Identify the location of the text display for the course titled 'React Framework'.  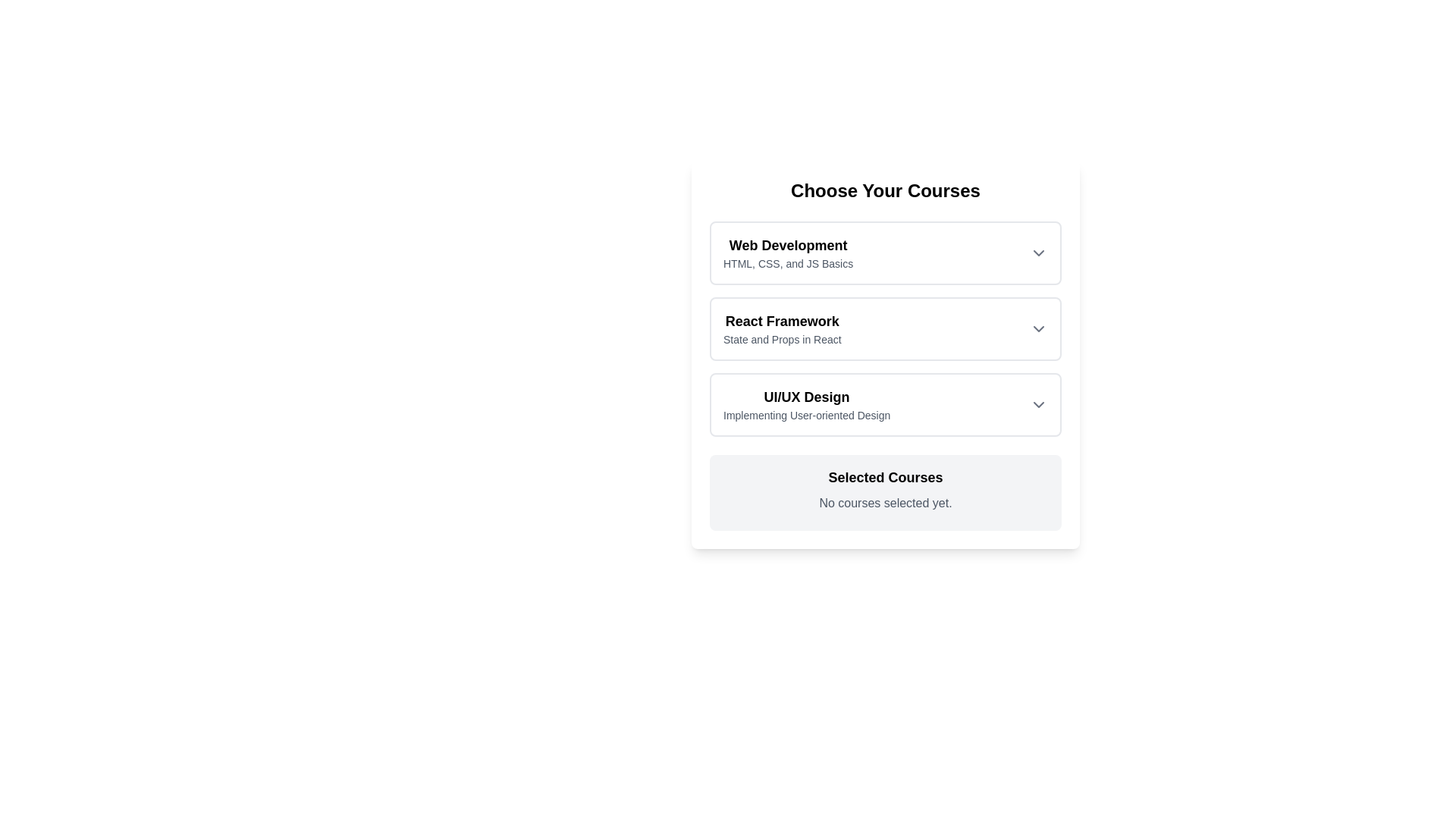
(782, 328).